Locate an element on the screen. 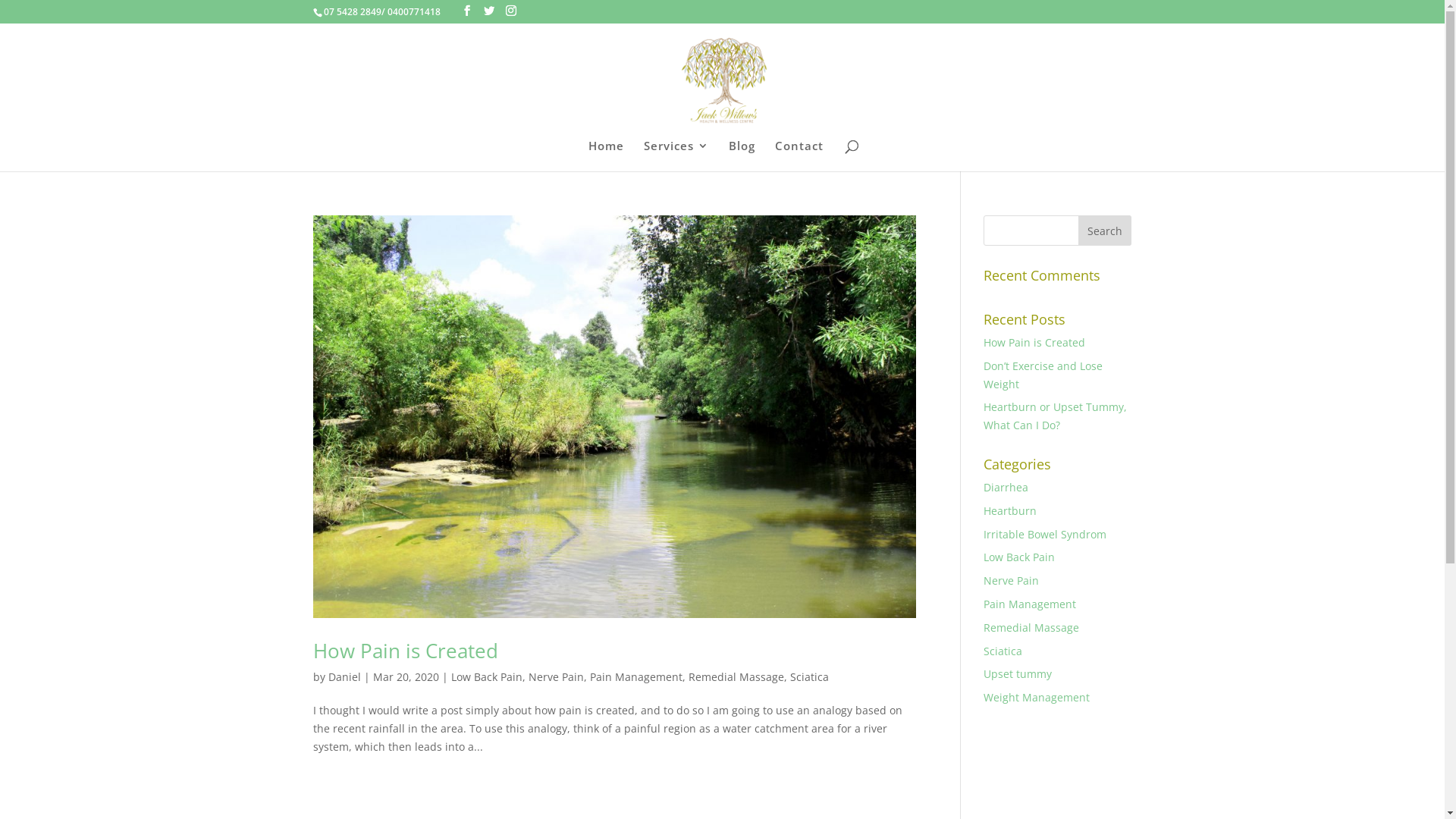 This screenshot has width=1456, height=819. 'Weight Management' is located at coordinates (983, 697).